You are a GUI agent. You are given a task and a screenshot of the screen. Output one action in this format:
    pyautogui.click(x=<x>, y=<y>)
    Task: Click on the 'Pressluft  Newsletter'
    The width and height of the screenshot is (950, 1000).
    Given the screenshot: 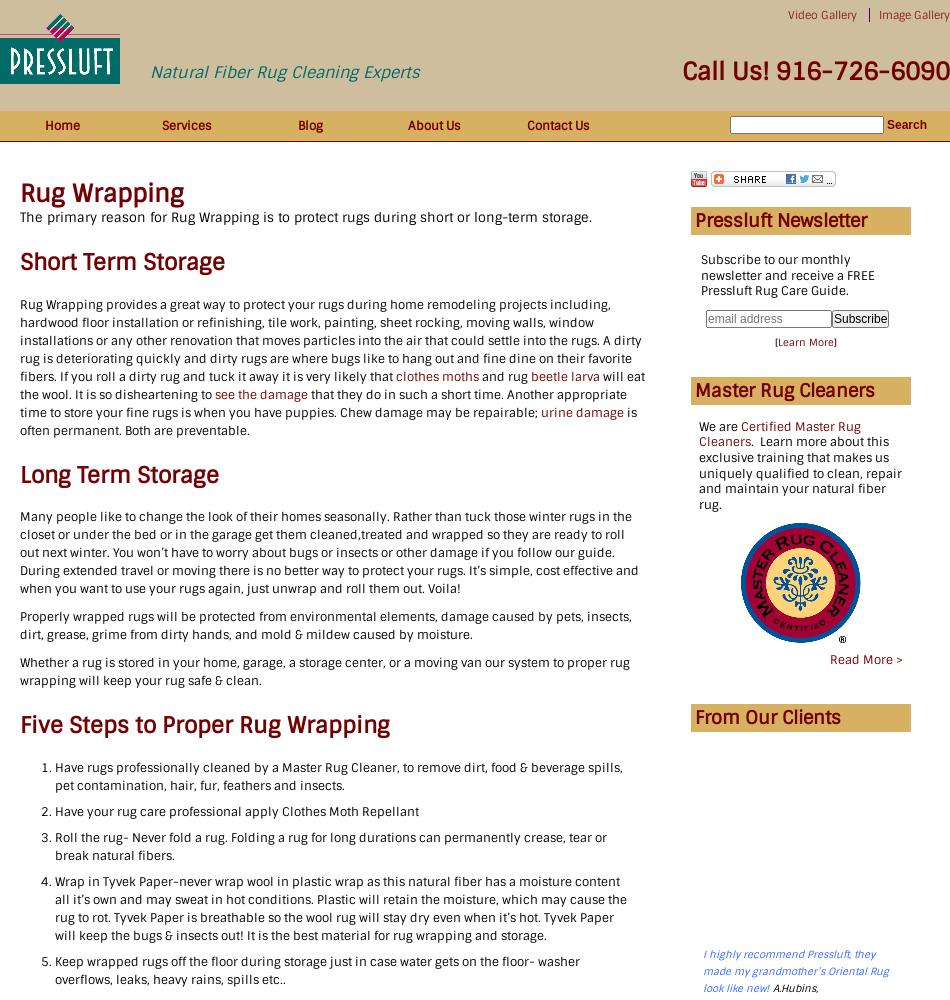 What is the action you would take?
    pyautogui.click(x=779, y=219)
    